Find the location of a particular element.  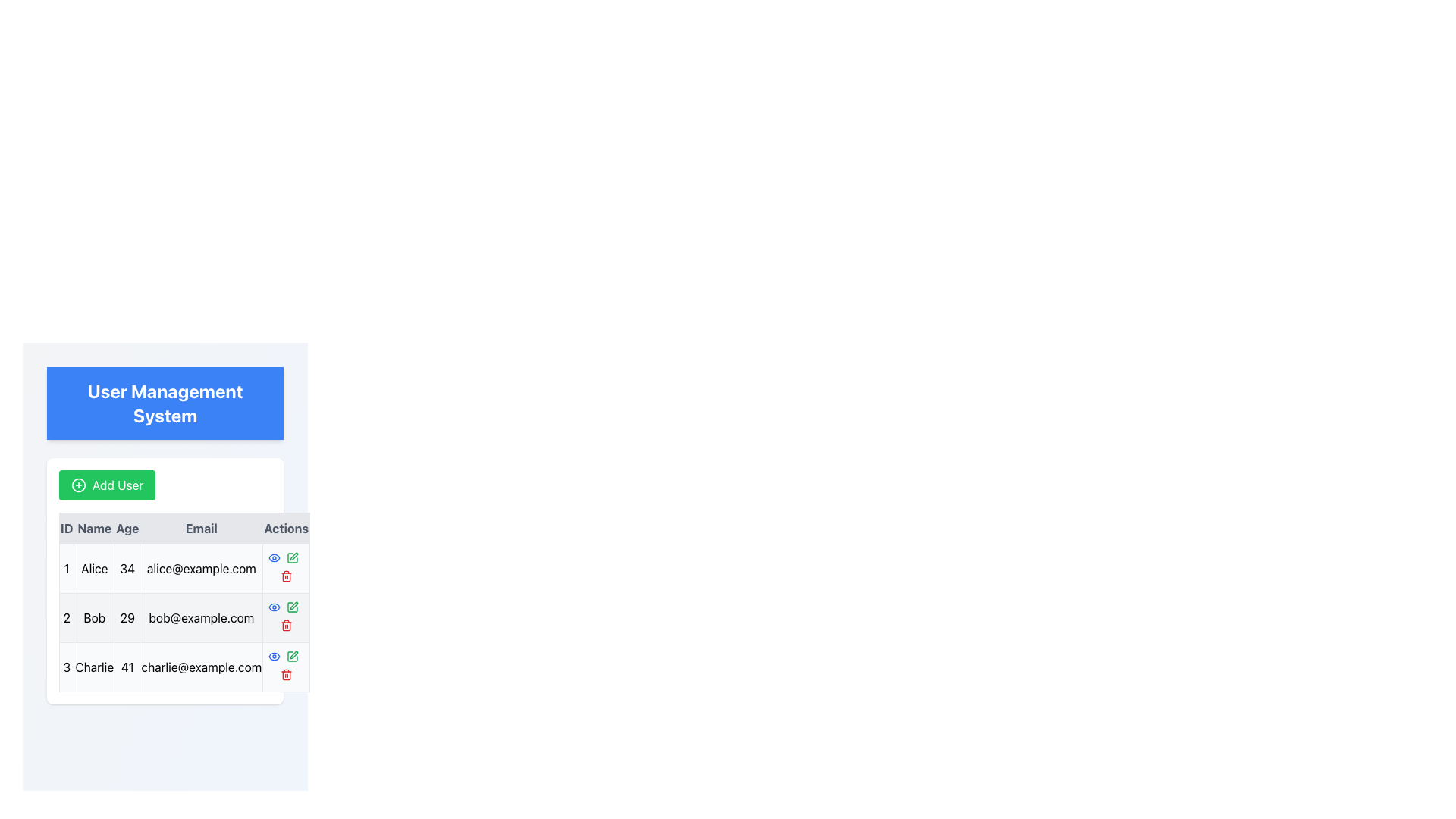

the delete button in the 'Actions' column of the third row, which is associated with the record for 'Charlie' is located at coordinates (286, 674).